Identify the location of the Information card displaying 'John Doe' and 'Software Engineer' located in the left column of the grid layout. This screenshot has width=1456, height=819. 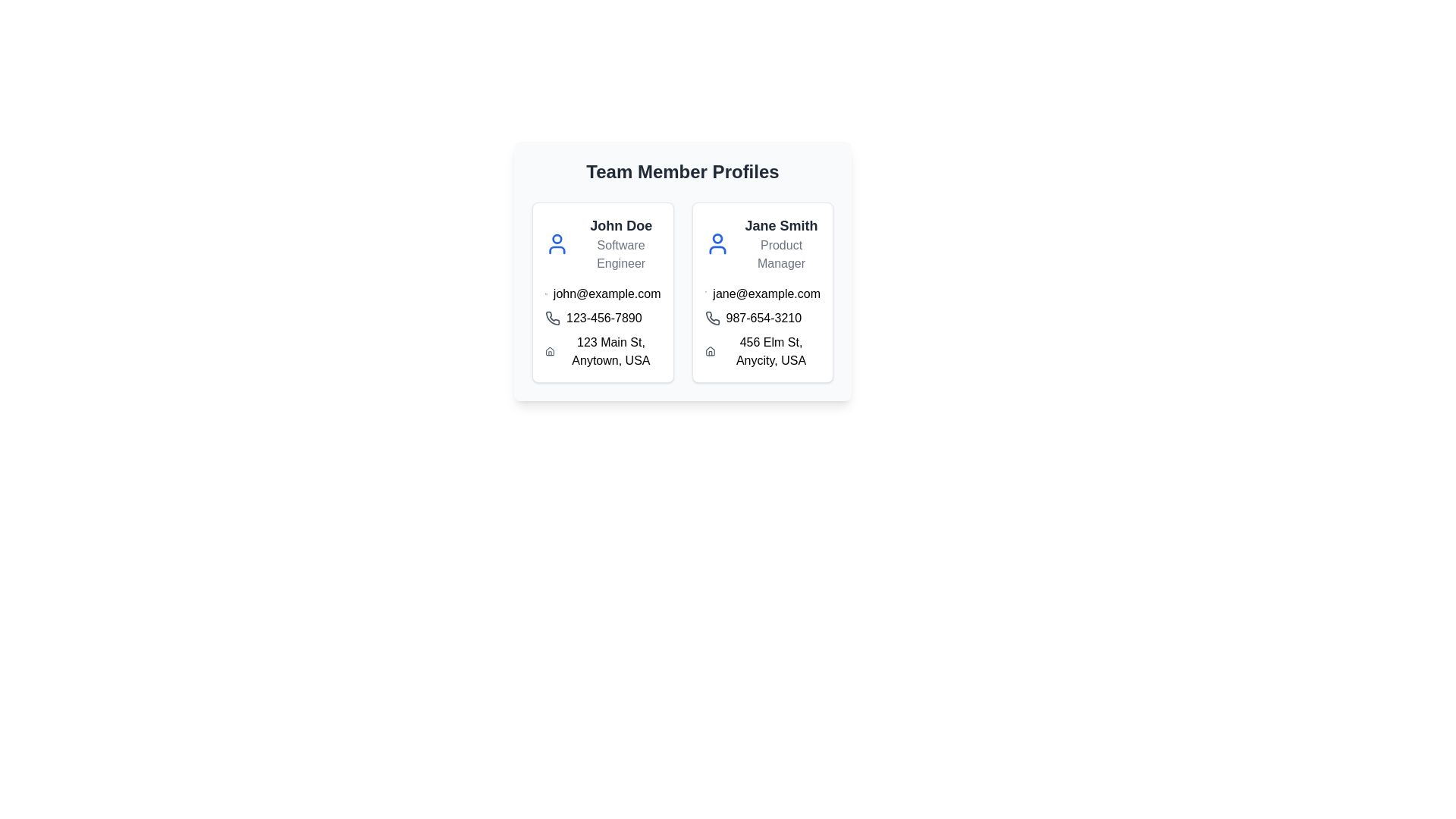
(602, 292).